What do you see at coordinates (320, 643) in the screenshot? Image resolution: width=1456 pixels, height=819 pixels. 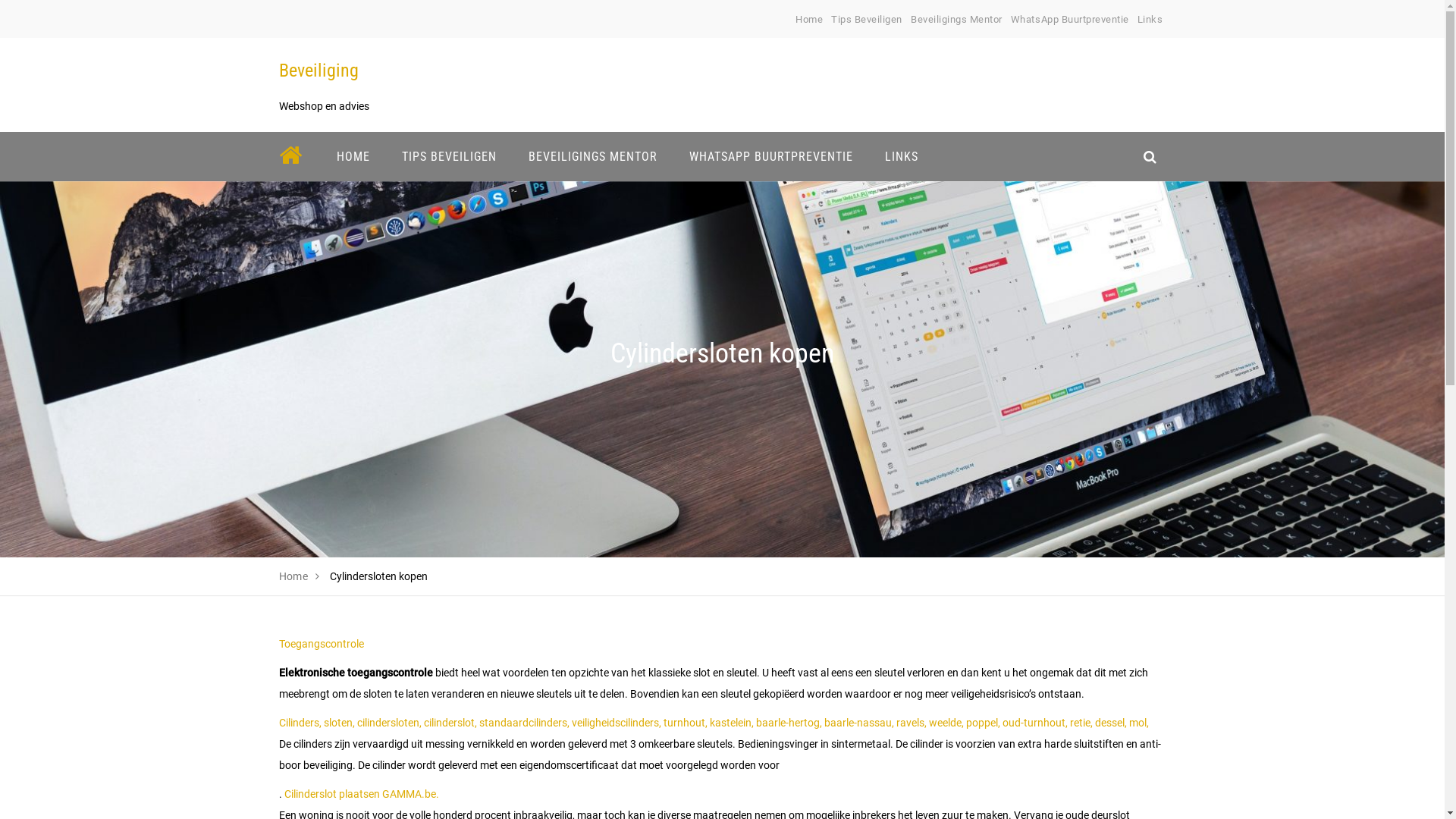 I see `'Toegangscontrole'` at bounding box center [320, 643].